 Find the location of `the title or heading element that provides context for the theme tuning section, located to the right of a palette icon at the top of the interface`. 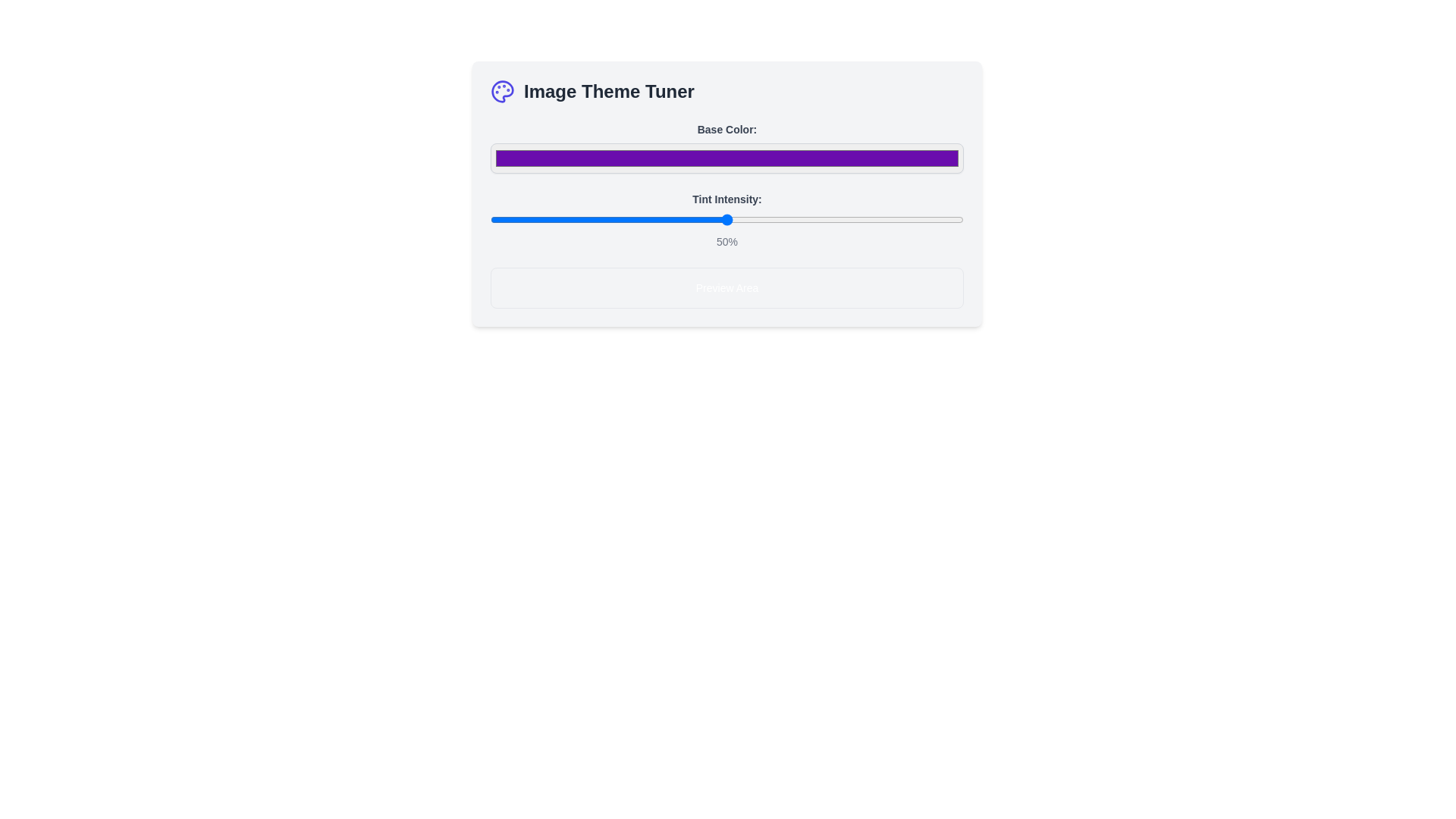

the title or heading element that provides context for the theme tuning section, located to the right of a palette icon at the top of the interface is located at coordinates (609, 91).